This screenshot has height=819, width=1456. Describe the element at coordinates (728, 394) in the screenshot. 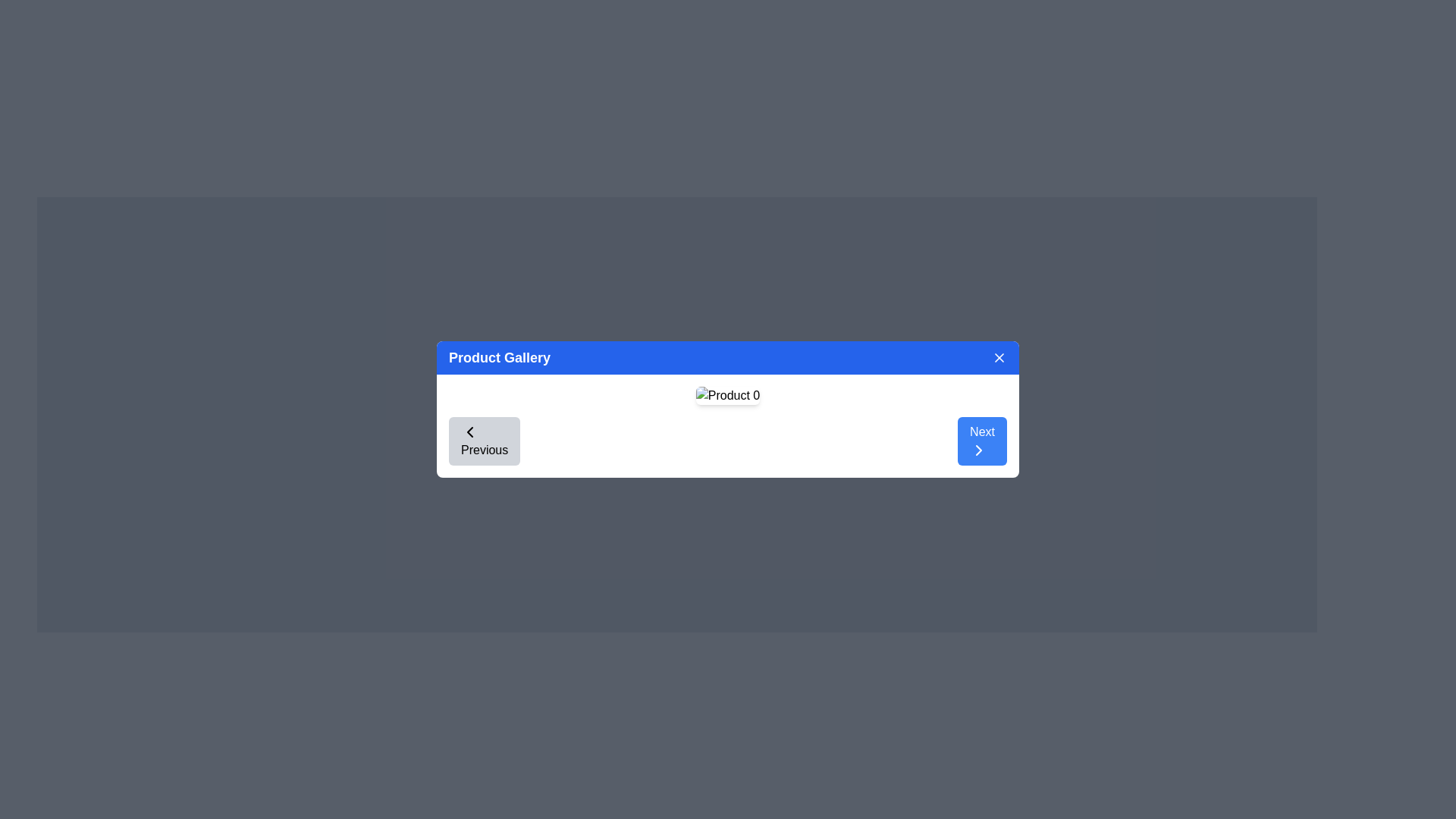

I see `on the 'Product 0' image placeholder` at that location.